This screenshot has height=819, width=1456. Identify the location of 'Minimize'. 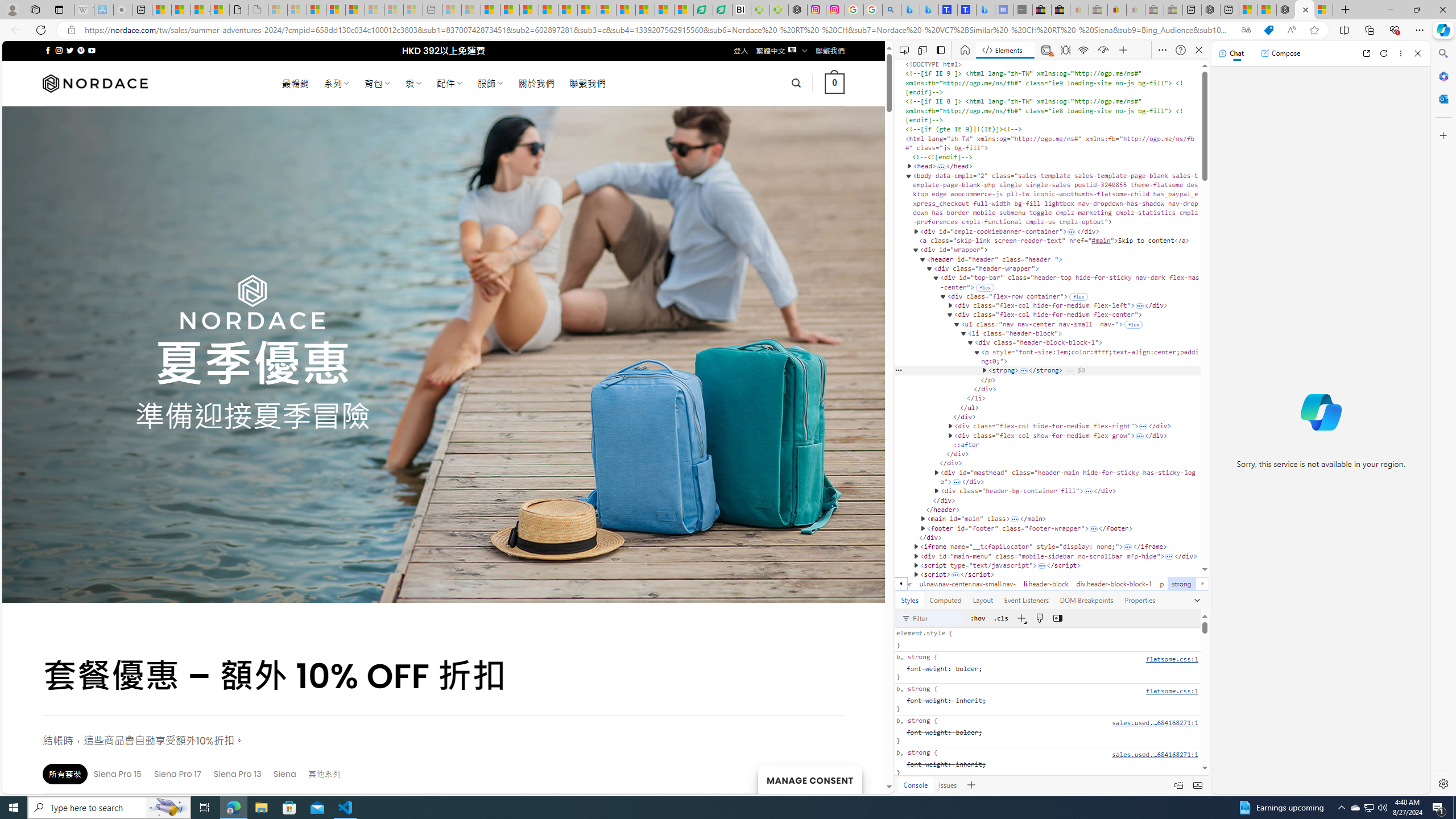
(1389, 9).